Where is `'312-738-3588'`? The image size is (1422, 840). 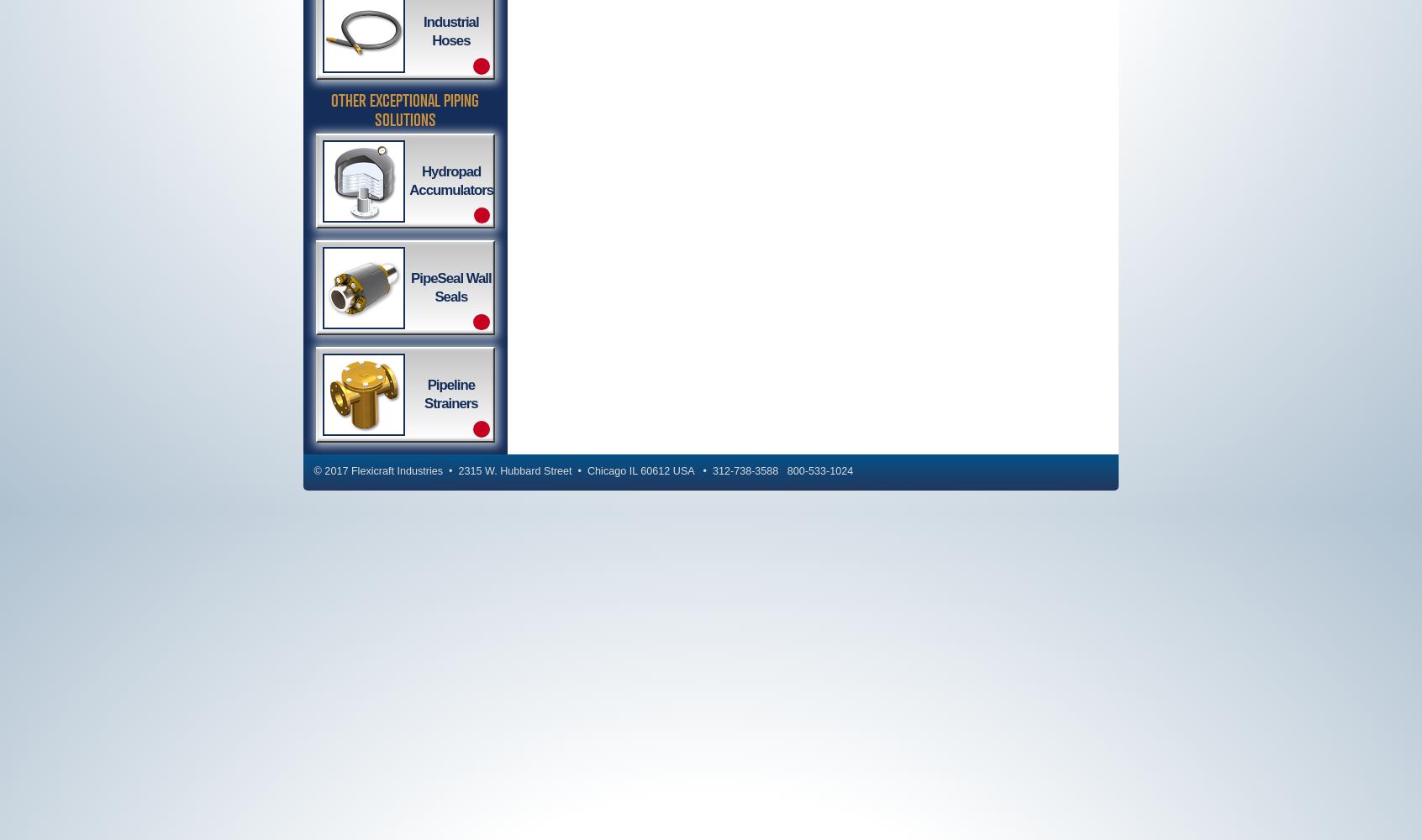 '312-738-3588' is located at coordinates (744, 471).